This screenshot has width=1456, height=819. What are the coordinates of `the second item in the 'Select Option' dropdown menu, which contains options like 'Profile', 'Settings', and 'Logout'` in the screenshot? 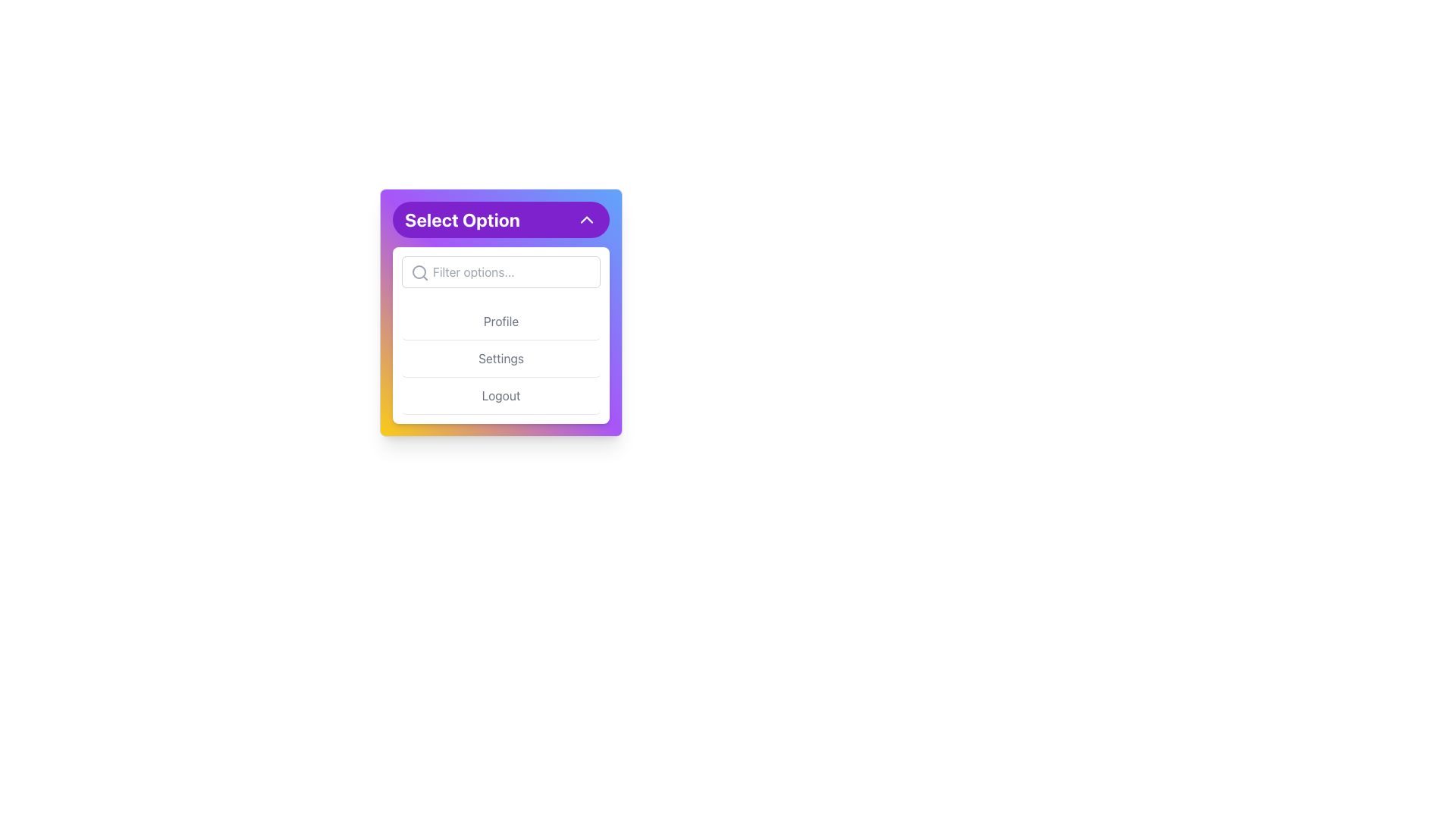 It's located at (501, 334).